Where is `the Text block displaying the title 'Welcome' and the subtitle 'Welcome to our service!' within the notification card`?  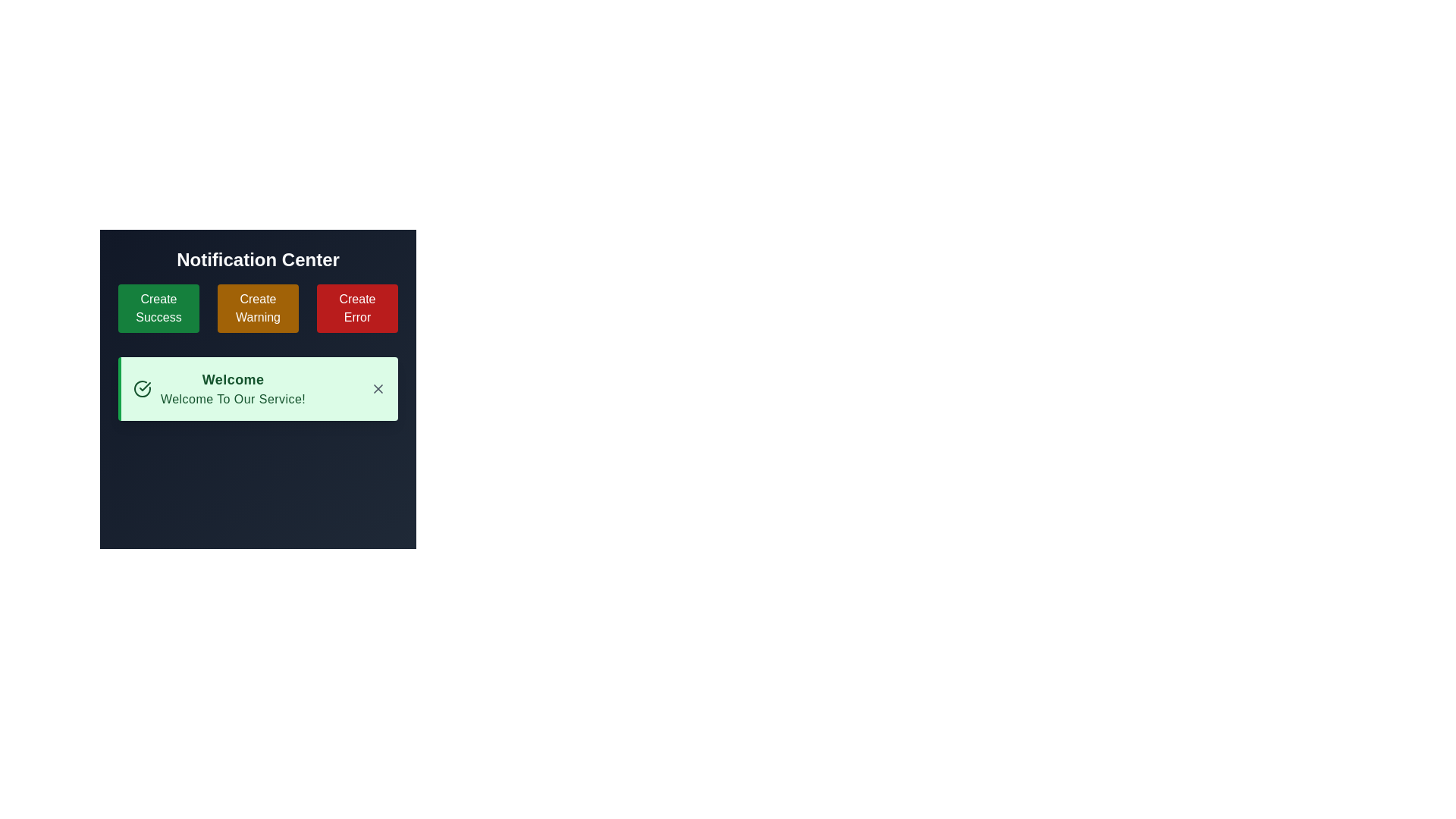
the Text block displaying the title 'Welcome' and the subtitle 'Welcome to our service!' within the notification card is located at coordinates (232, 388).